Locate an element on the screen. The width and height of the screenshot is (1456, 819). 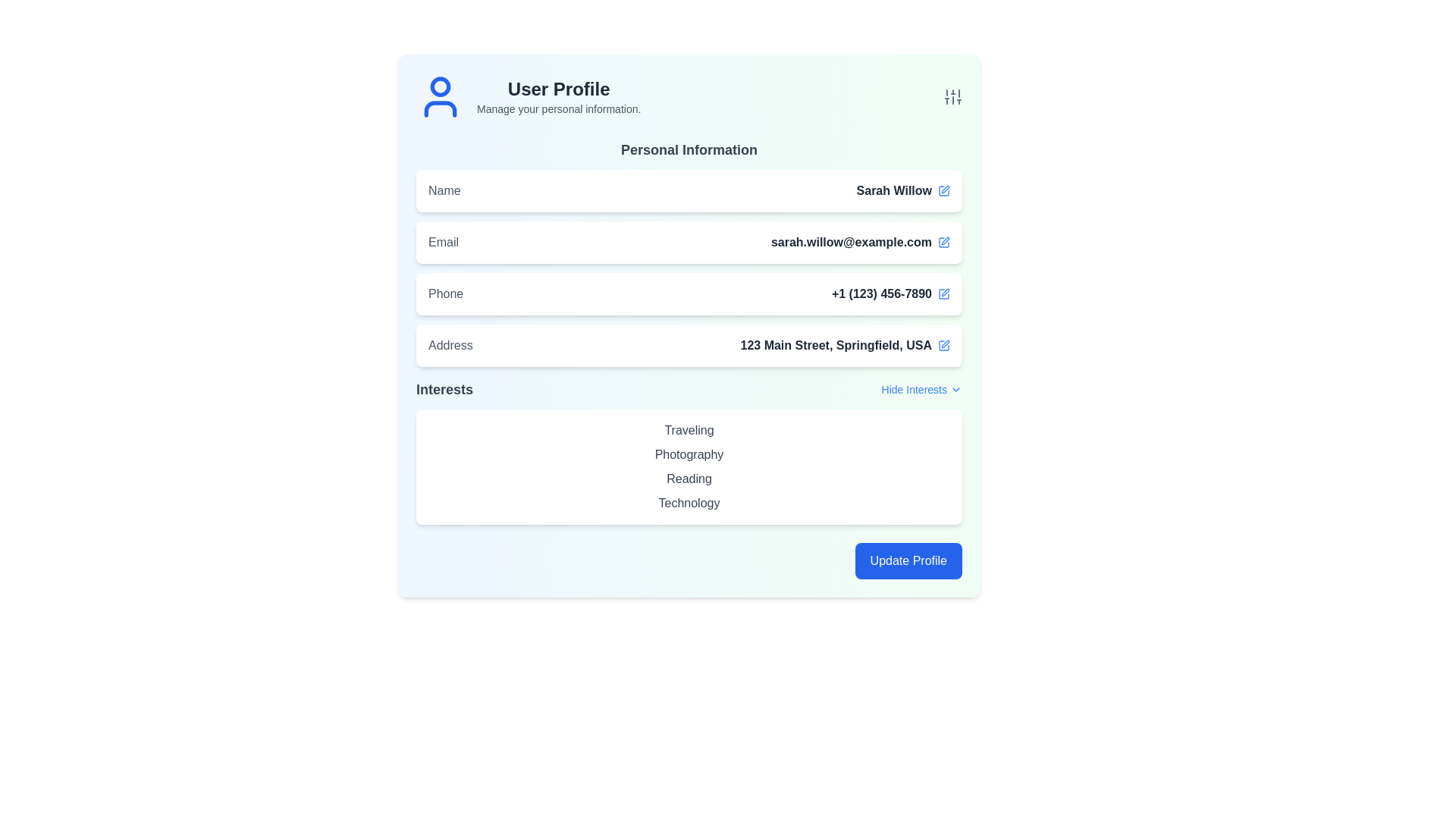
the static text element labeled 'Photography' located in the 'Interests' section, which is the second item in the list of interests is located at coordinates (688, 451).